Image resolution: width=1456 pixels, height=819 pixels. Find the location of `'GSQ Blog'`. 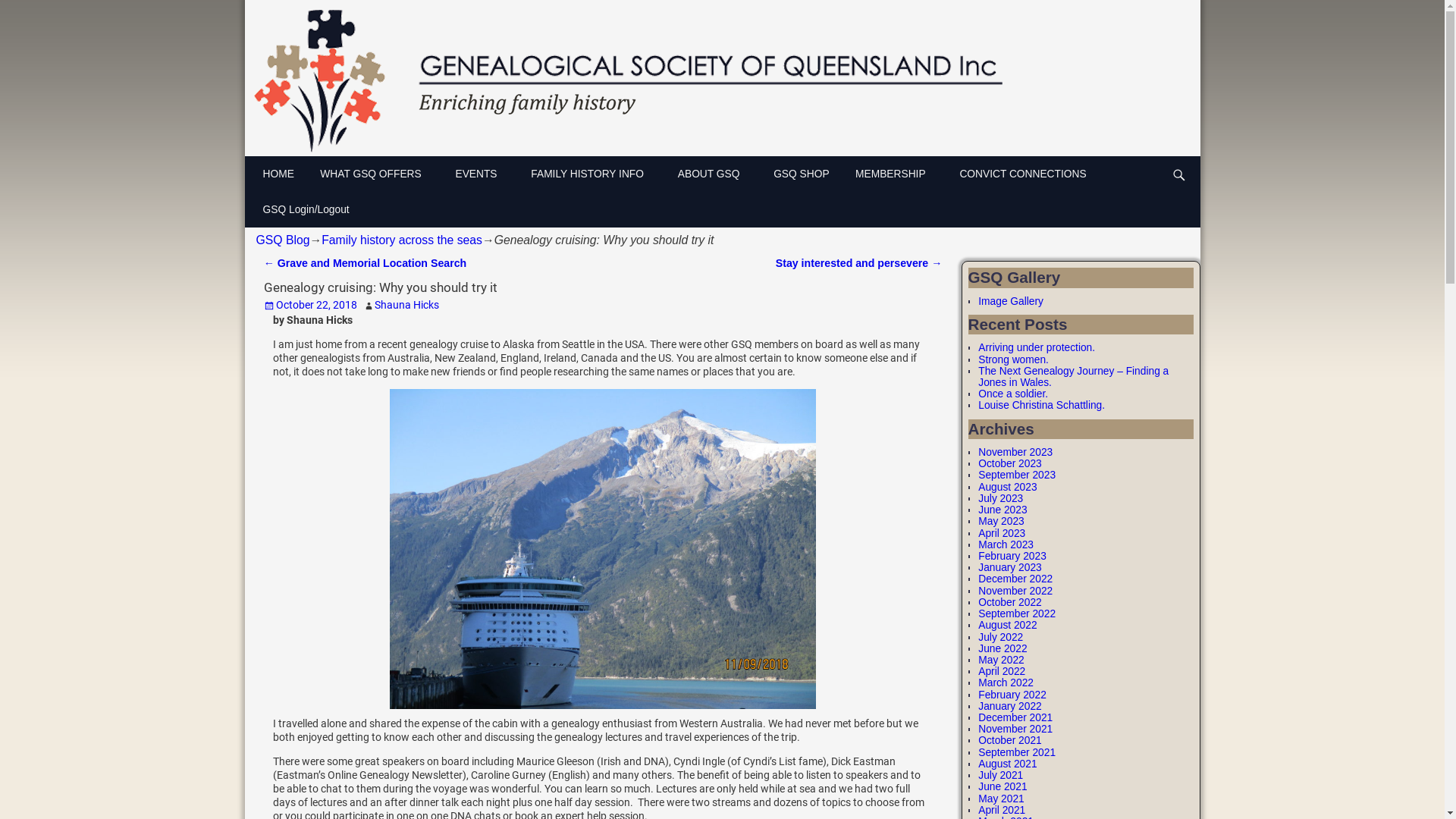

'GSQ Blog' is located at coordinates (283, 239).